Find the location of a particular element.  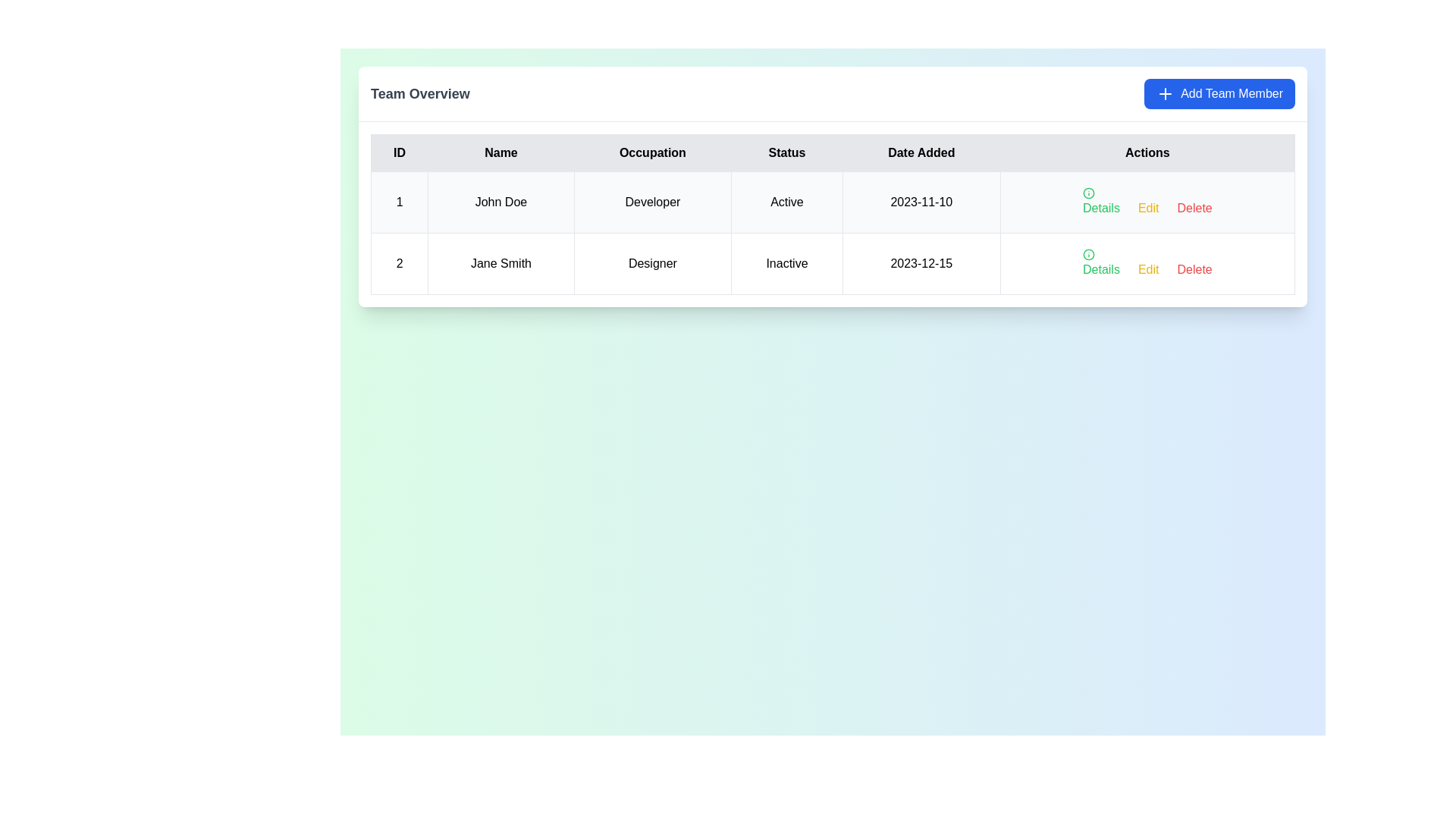

the visual indicator icon located in the rightmost column of the first row of the table, which precedes the 'Details' text link is located at coordinates (1087, 192).